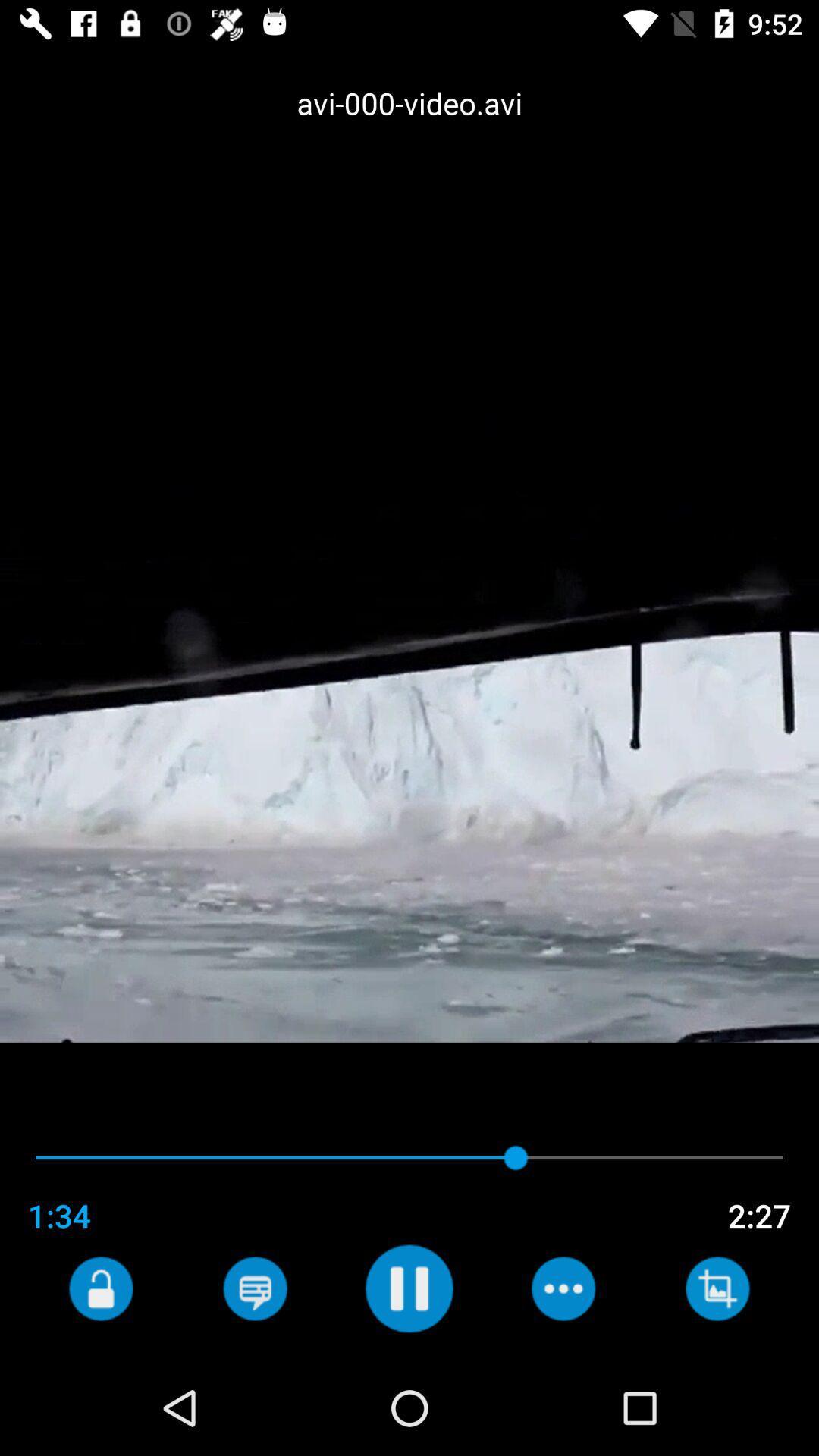  What do you see at coordinates (254, 1288) in the screenshot?
I see `text to video` at bounding box center [254, 1288].